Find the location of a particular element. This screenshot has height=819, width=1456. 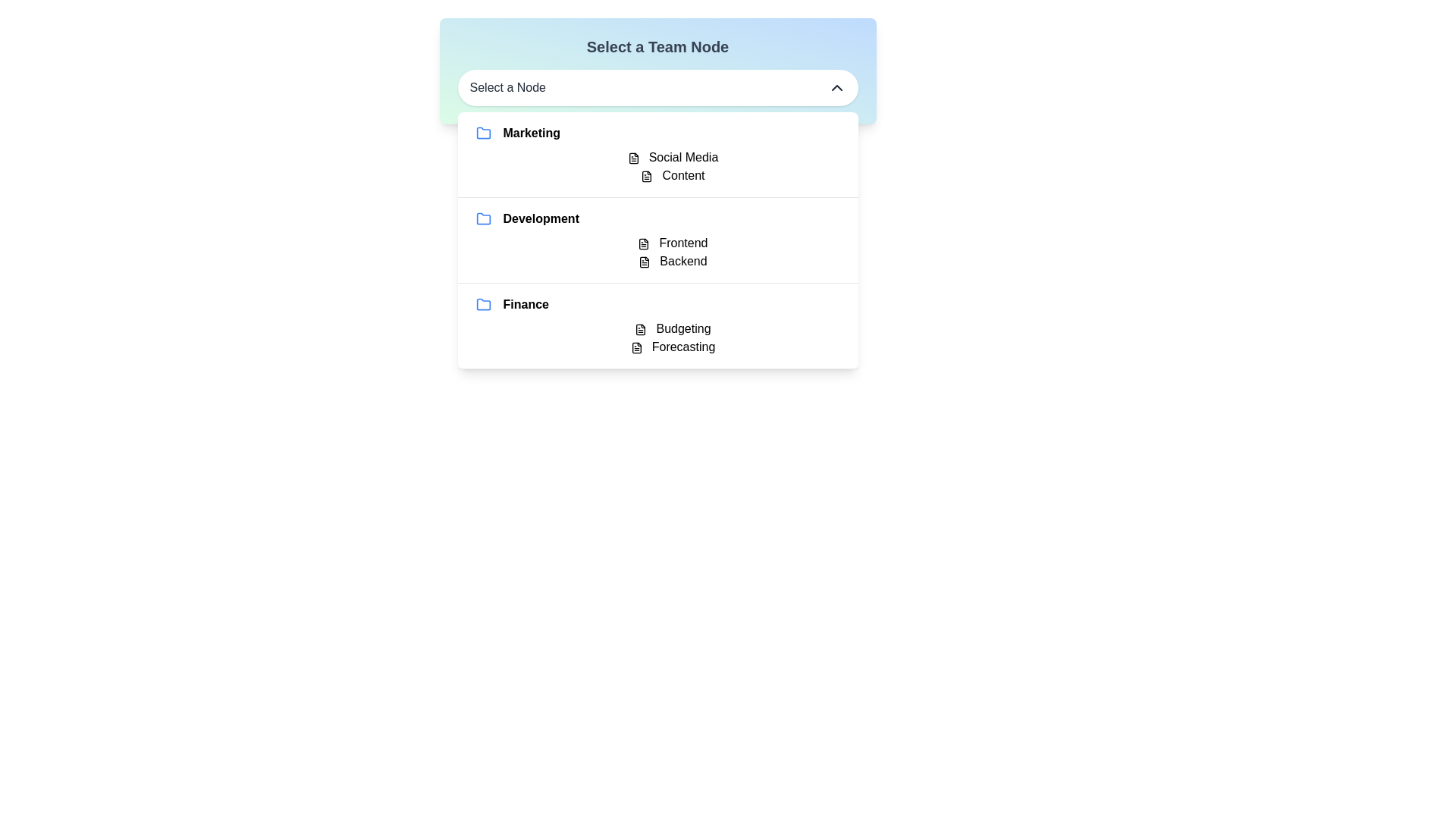

the text label reading 'FrontendBackend' located in the 'Development' section under 'Select a Team Node', which is positioned between 'Marketing' and 'Finance' is located at coordinates (657, 251).